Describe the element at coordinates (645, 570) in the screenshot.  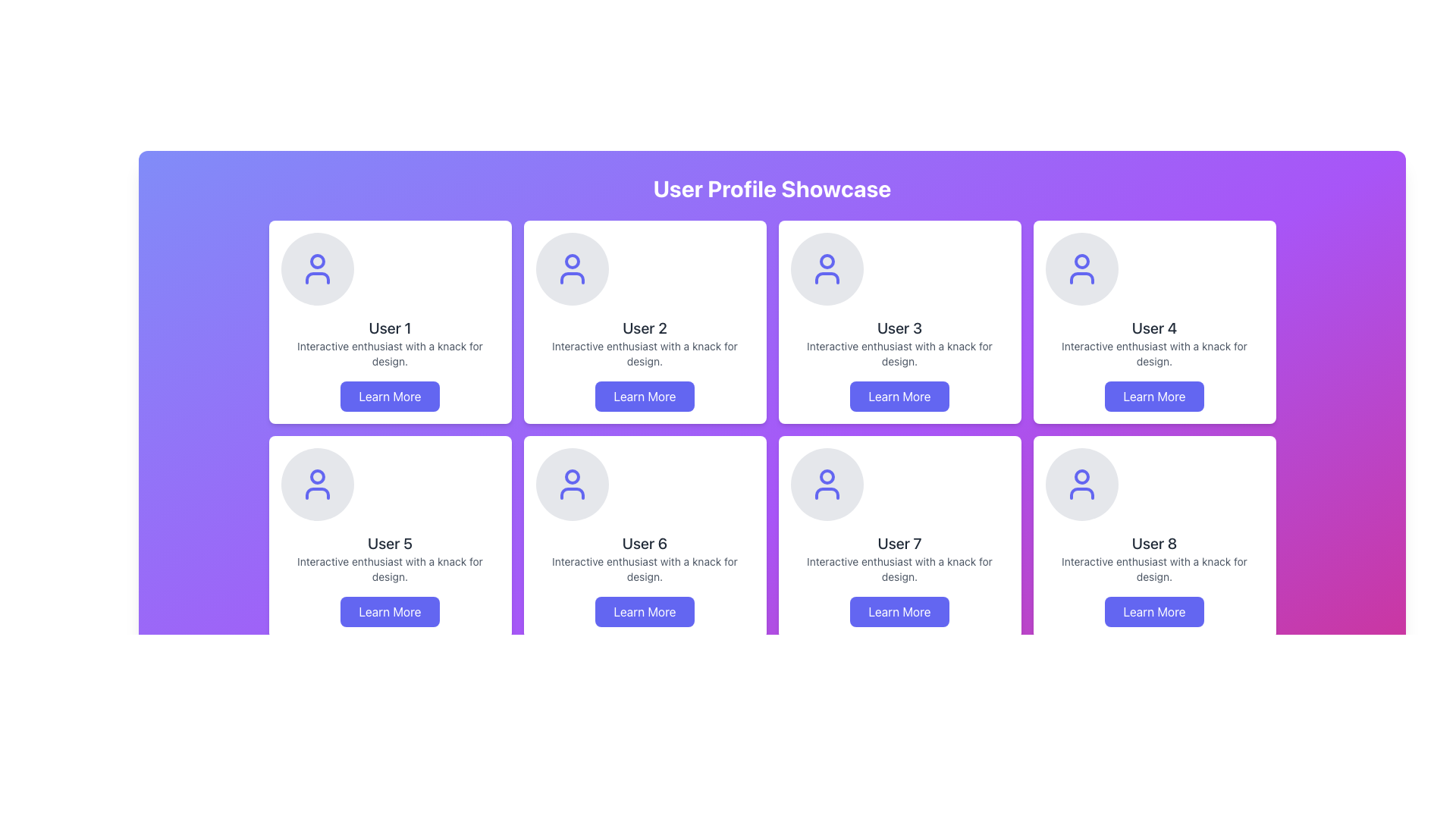
I see `the text element displaying 'Interactive enthusiast with a knack for design.' which is located below 'User 6' and above the 'Learn More' button` at that location.